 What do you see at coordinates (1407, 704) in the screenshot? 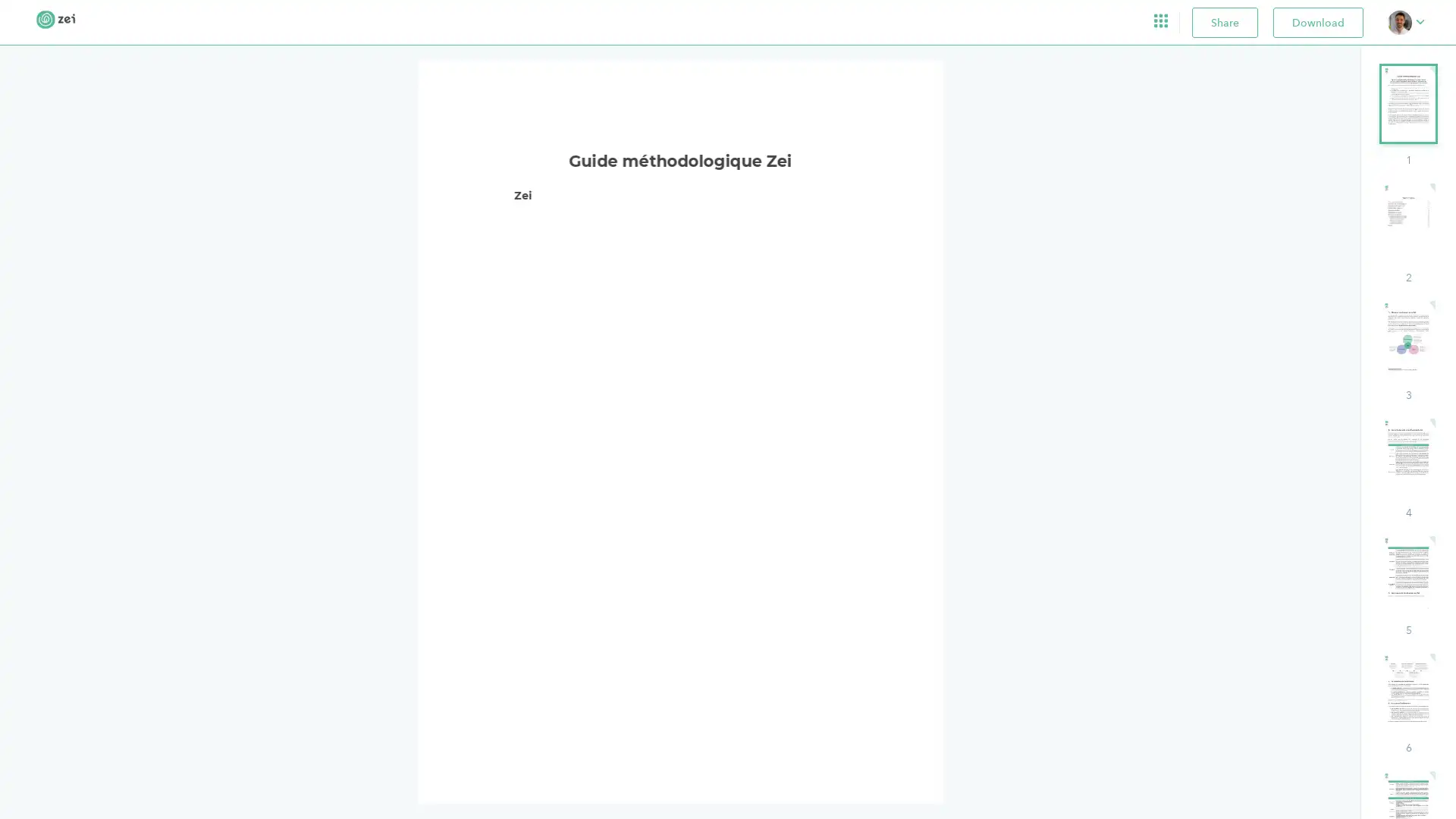
I see `Page 6` at bounding box center [1407, 704].